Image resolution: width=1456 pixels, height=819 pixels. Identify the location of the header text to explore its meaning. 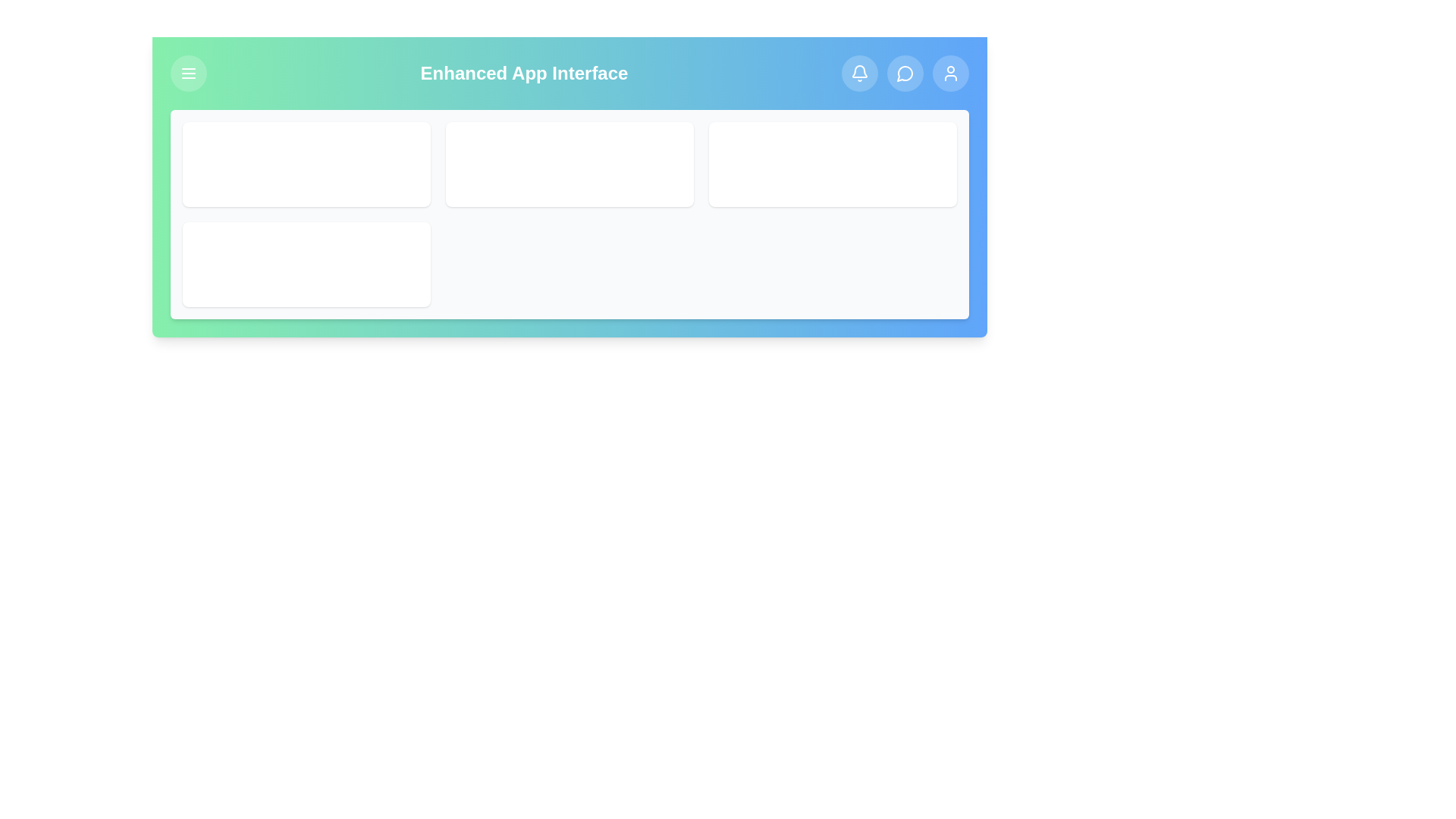
(569, 73).